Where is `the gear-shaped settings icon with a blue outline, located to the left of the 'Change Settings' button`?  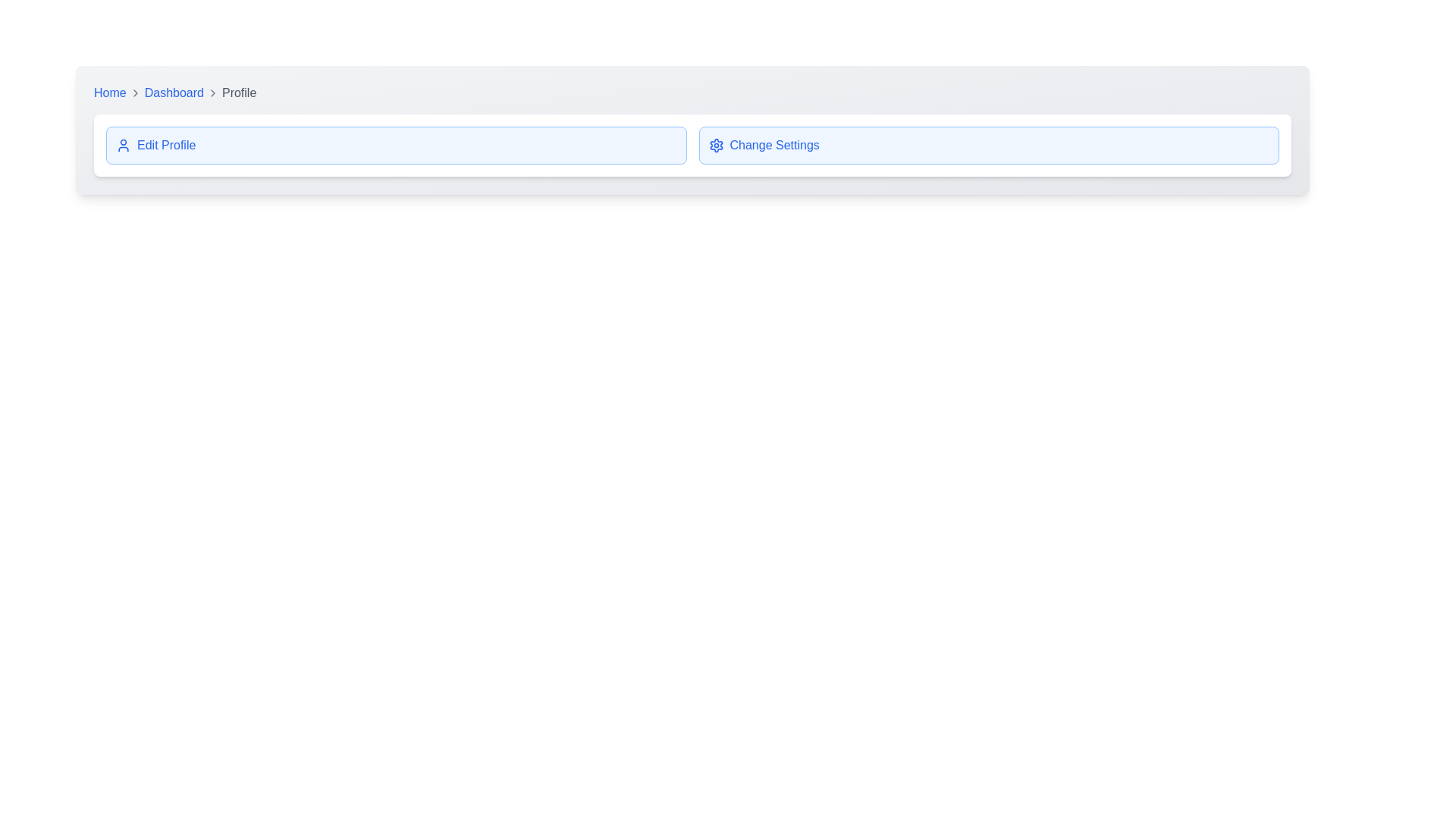 the gear-shaped settings icon with a blue outline, located to the left of the 'Change Settings' button is located at coordinates (715, 146).